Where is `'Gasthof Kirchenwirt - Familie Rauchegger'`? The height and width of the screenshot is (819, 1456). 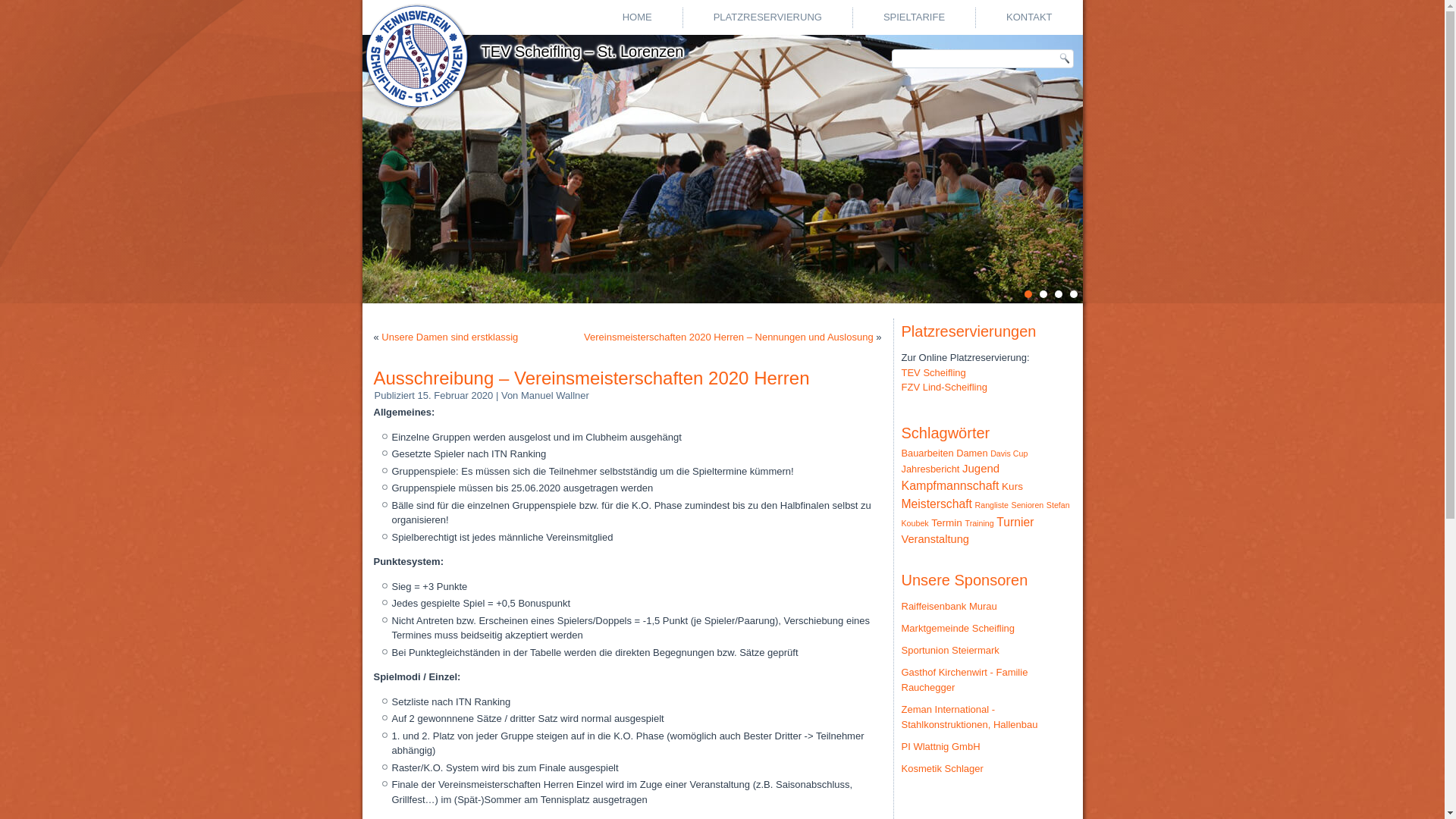 'Gasthof Kirchenwirt - Familie Rauchegger' is located at coordinates (901, 679).